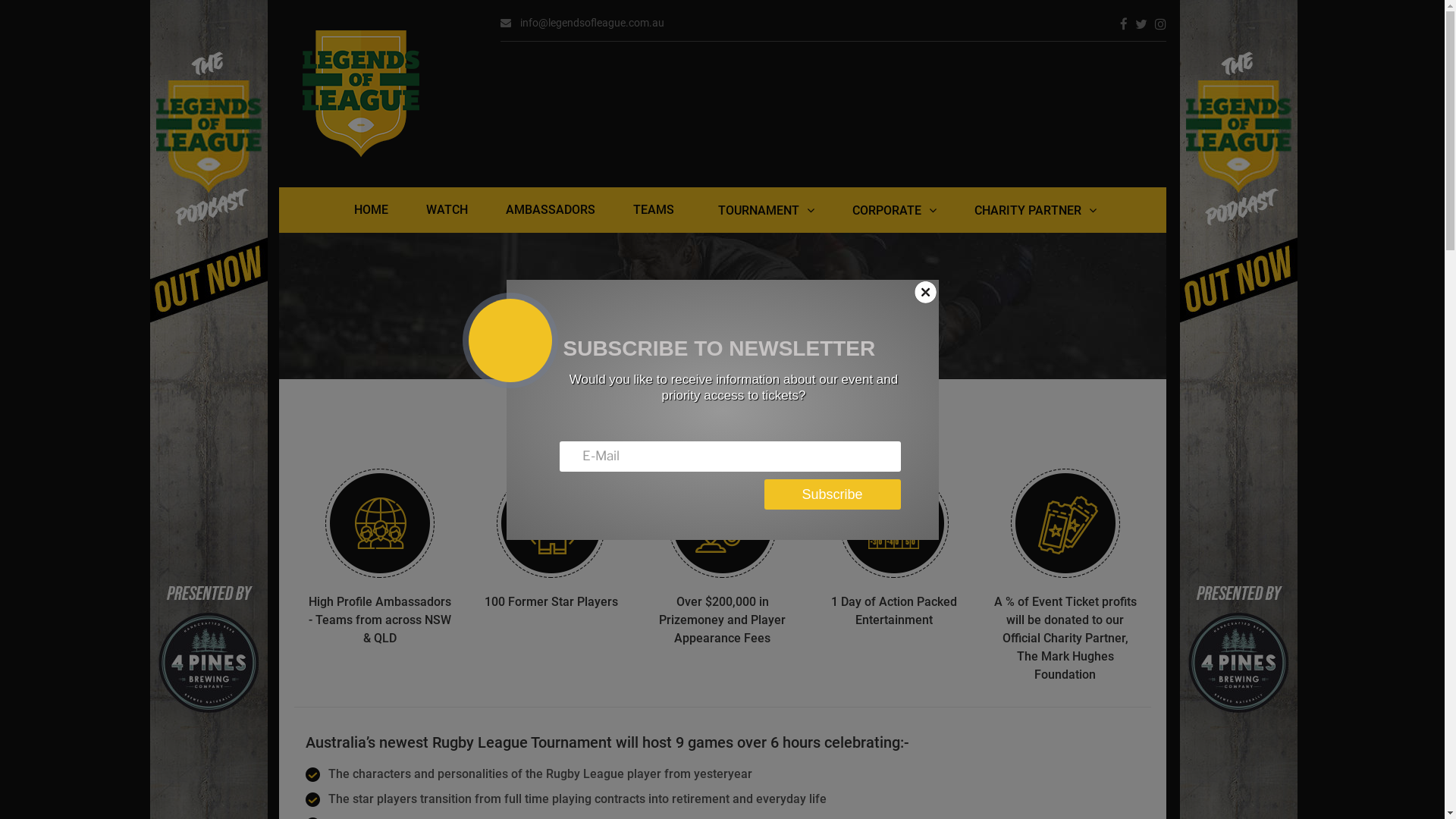  I want to click on 'AMBASSADORS', so click(487, 210).